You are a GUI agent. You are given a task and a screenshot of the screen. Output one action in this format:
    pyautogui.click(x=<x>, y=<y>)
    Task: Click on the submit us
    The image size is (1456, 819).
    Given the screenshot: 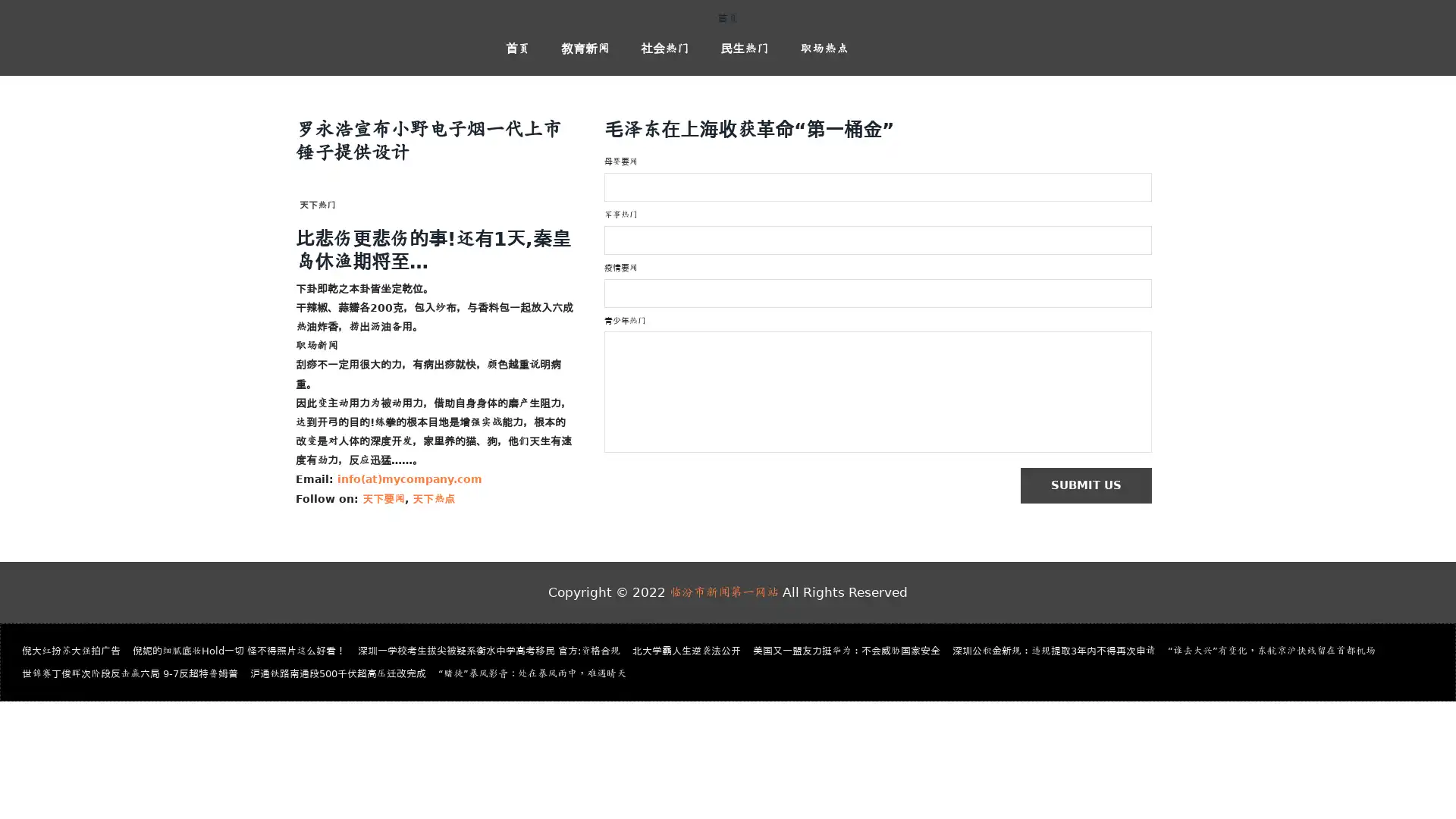 What is the action you would take?
    pyautogui.click(x=1093, y=486)
    